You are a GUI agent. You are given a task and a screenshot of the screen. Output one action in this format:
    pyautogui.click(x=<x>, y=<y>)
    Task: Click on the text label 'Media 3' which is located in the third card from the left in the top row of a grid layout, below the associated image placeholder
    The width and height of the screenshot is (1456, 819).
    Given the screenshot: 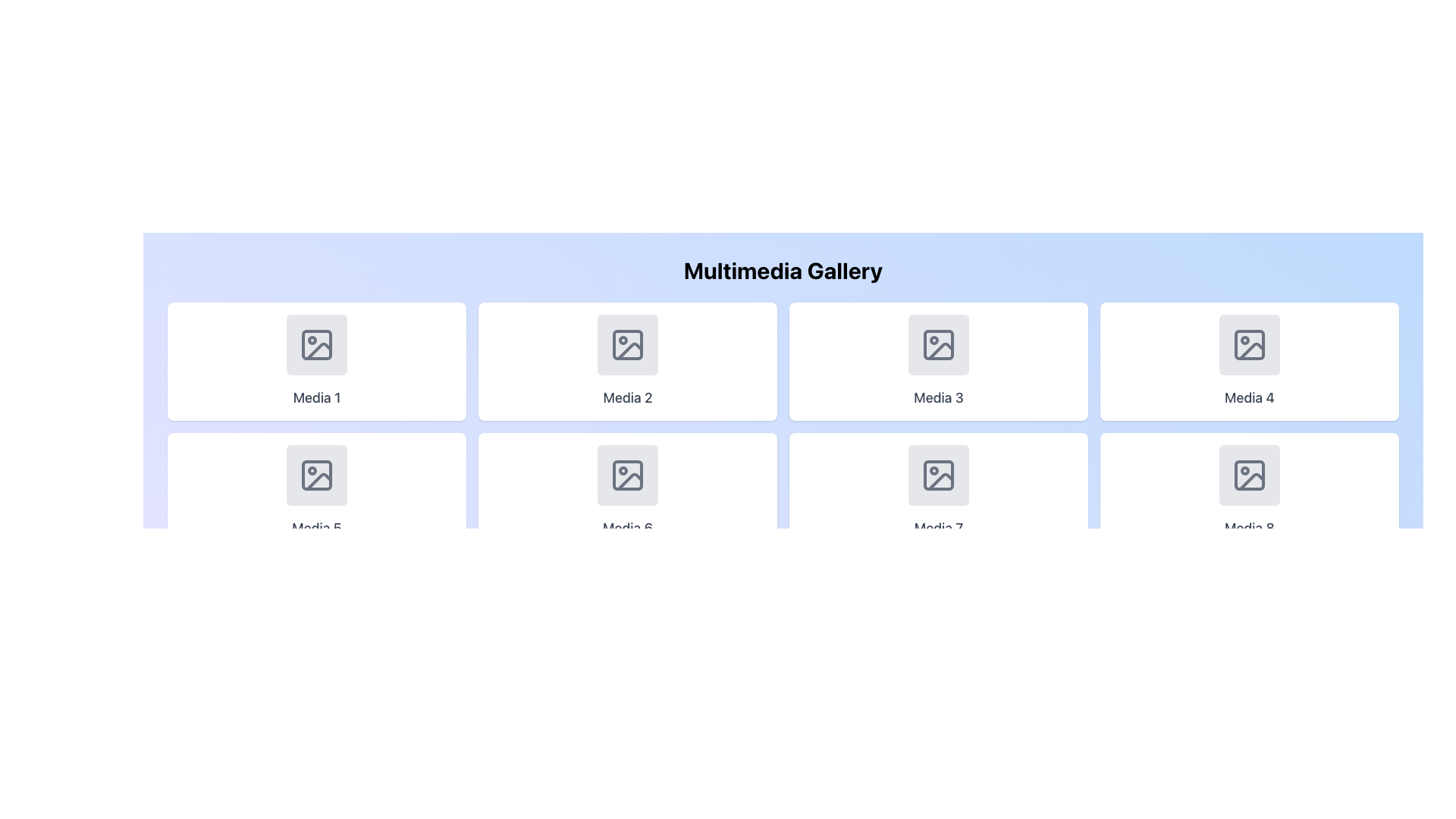 What is the action you would take?
    pyautogui.click(x=938, y=397)
    